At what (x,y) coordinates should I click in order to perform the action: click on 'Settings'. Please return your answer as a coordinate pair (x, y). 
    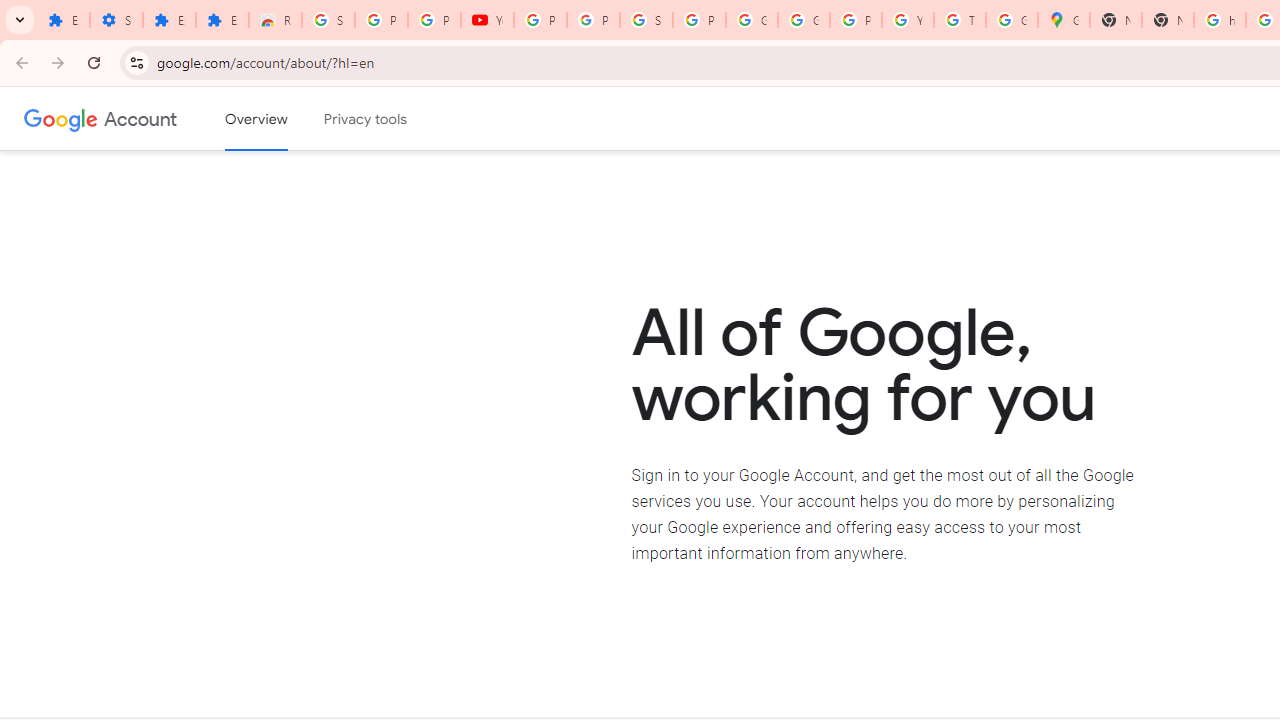
    Looking at the image, I should click on (115, 20).